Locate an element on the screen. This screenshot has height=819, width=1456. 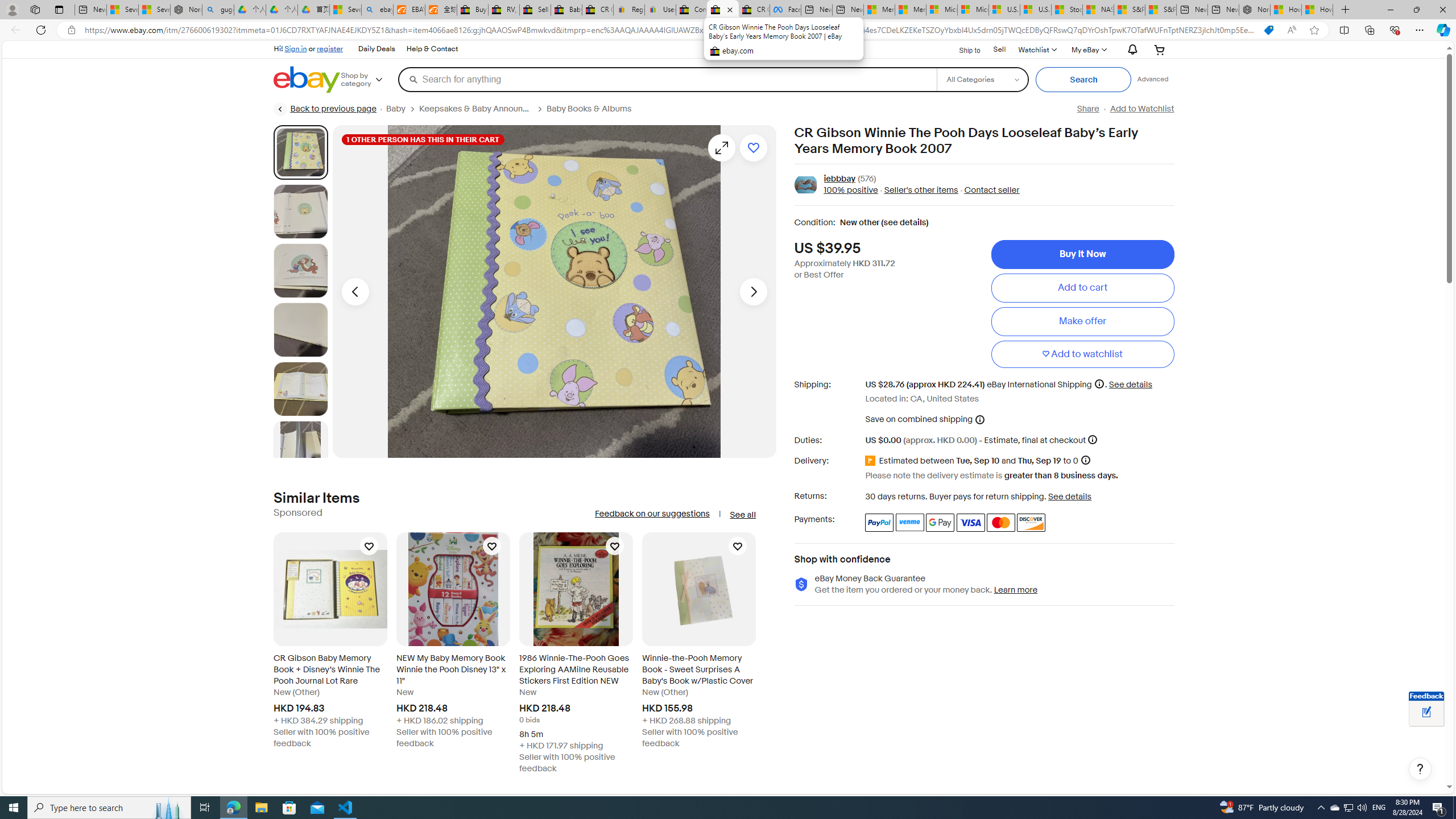
'How to Use a Monitor With Your Closed Laptop' is located at coordinates (1317, 9).